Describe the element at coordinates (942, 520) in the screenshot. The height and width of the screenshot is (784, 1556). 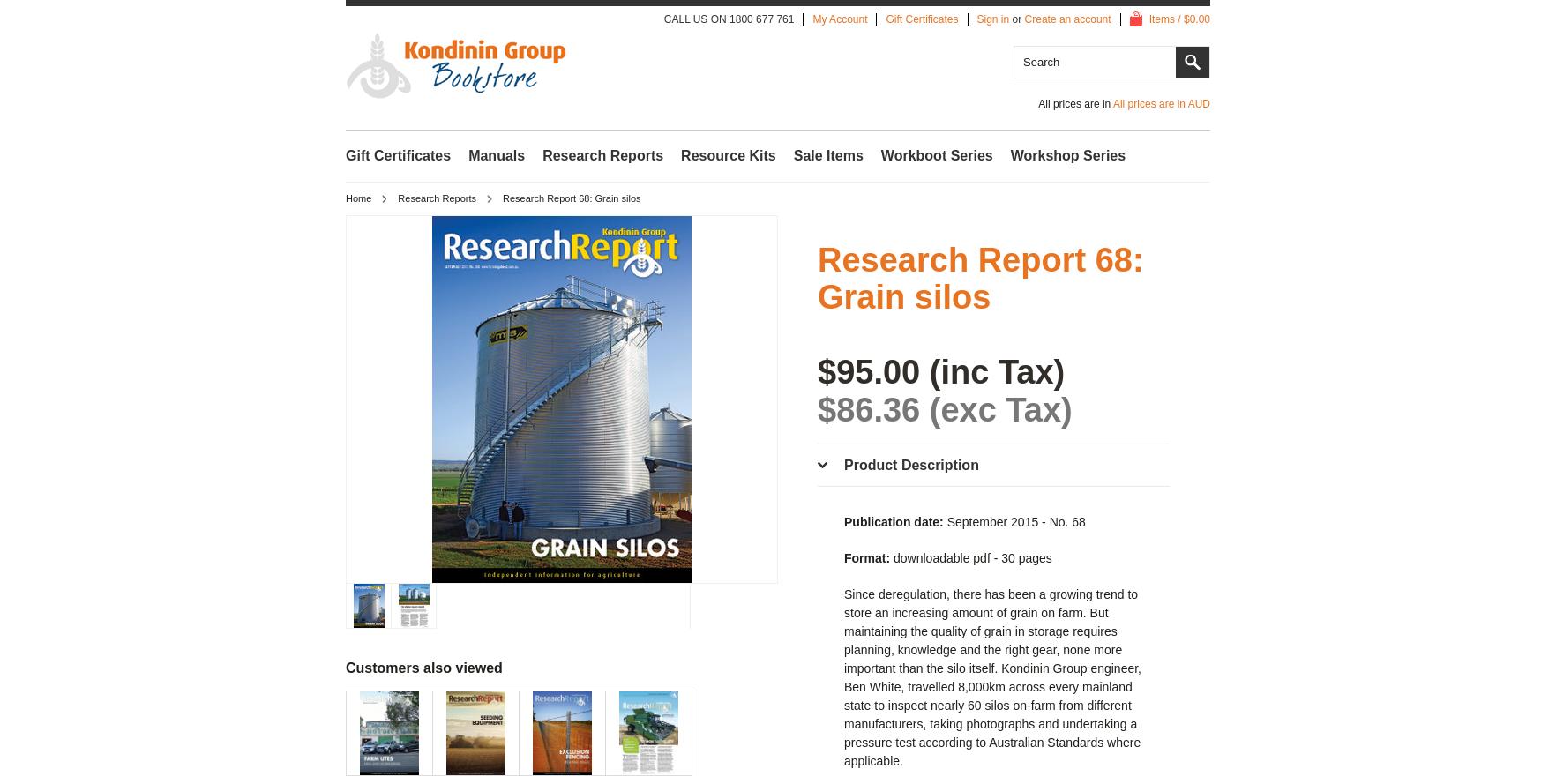
I see `'September 2015 - No. 68'` at that location.